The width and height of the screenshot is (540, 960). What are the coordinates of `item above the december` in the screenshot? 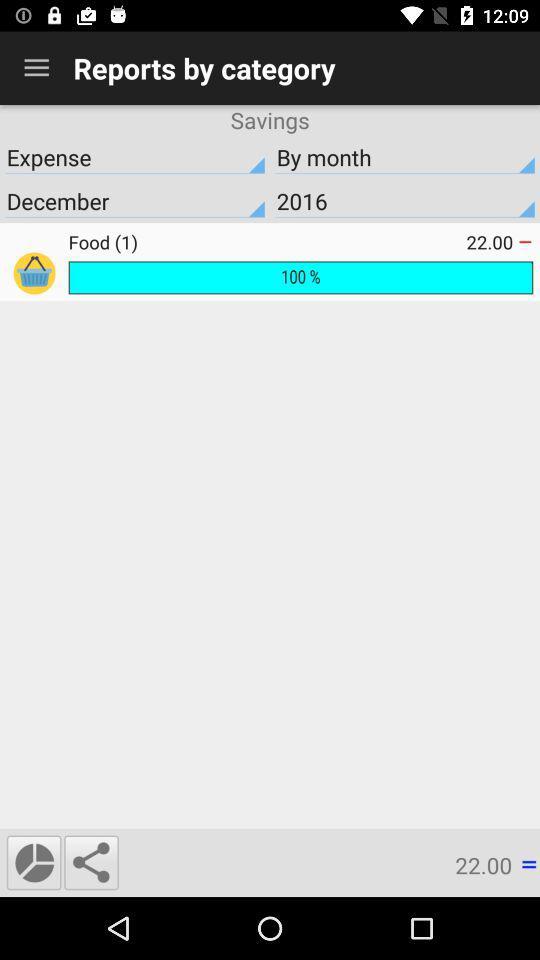 It's located at (405, 156).